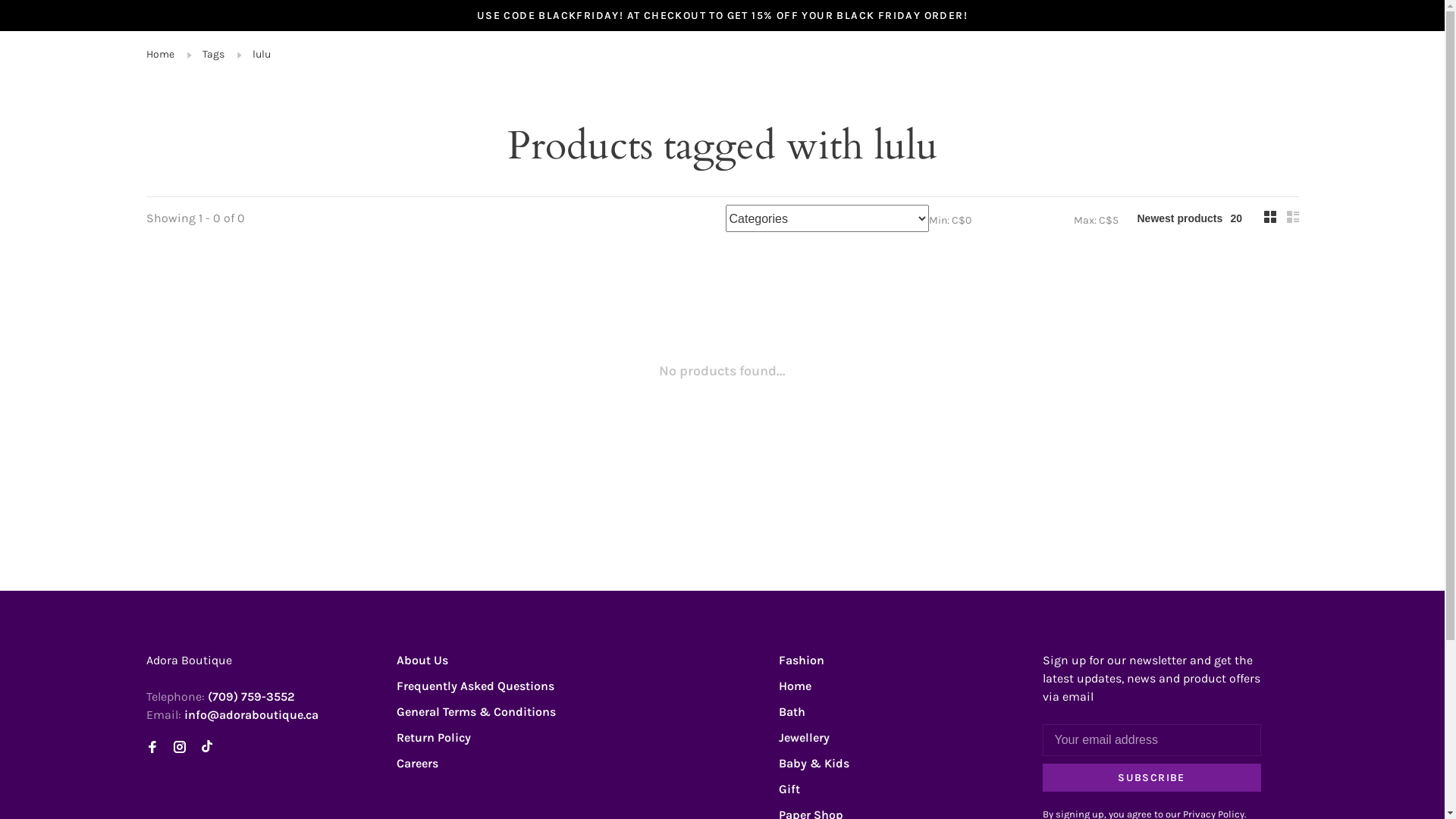 The image size is (1456, 819). What do you see at coordinates (473, 686) in the screenshot?
I see `'Frequently Asked Questions'` at bounding box center [473, 686].